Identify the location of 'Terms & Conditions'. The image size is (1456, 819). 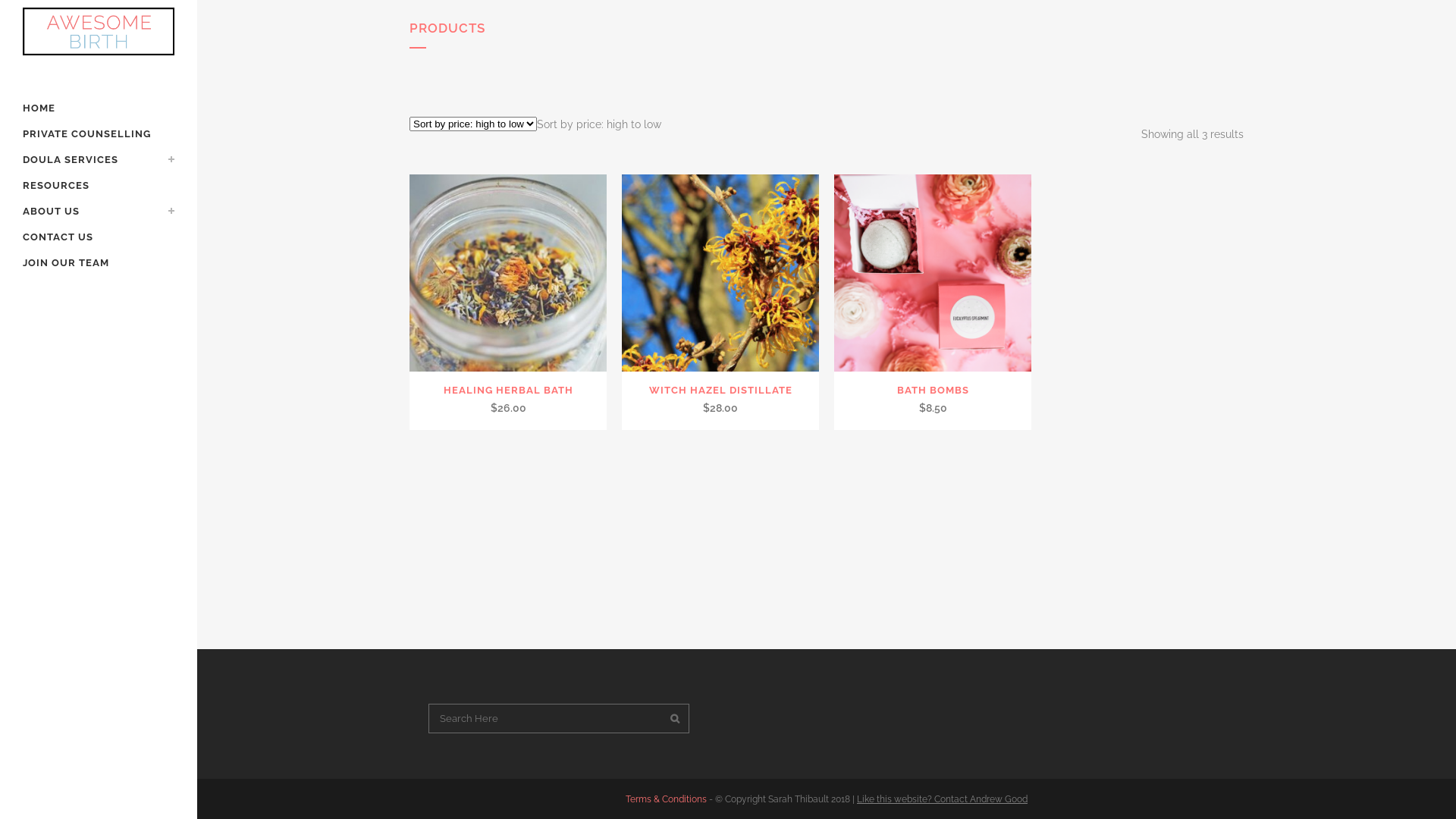
(626, 798).